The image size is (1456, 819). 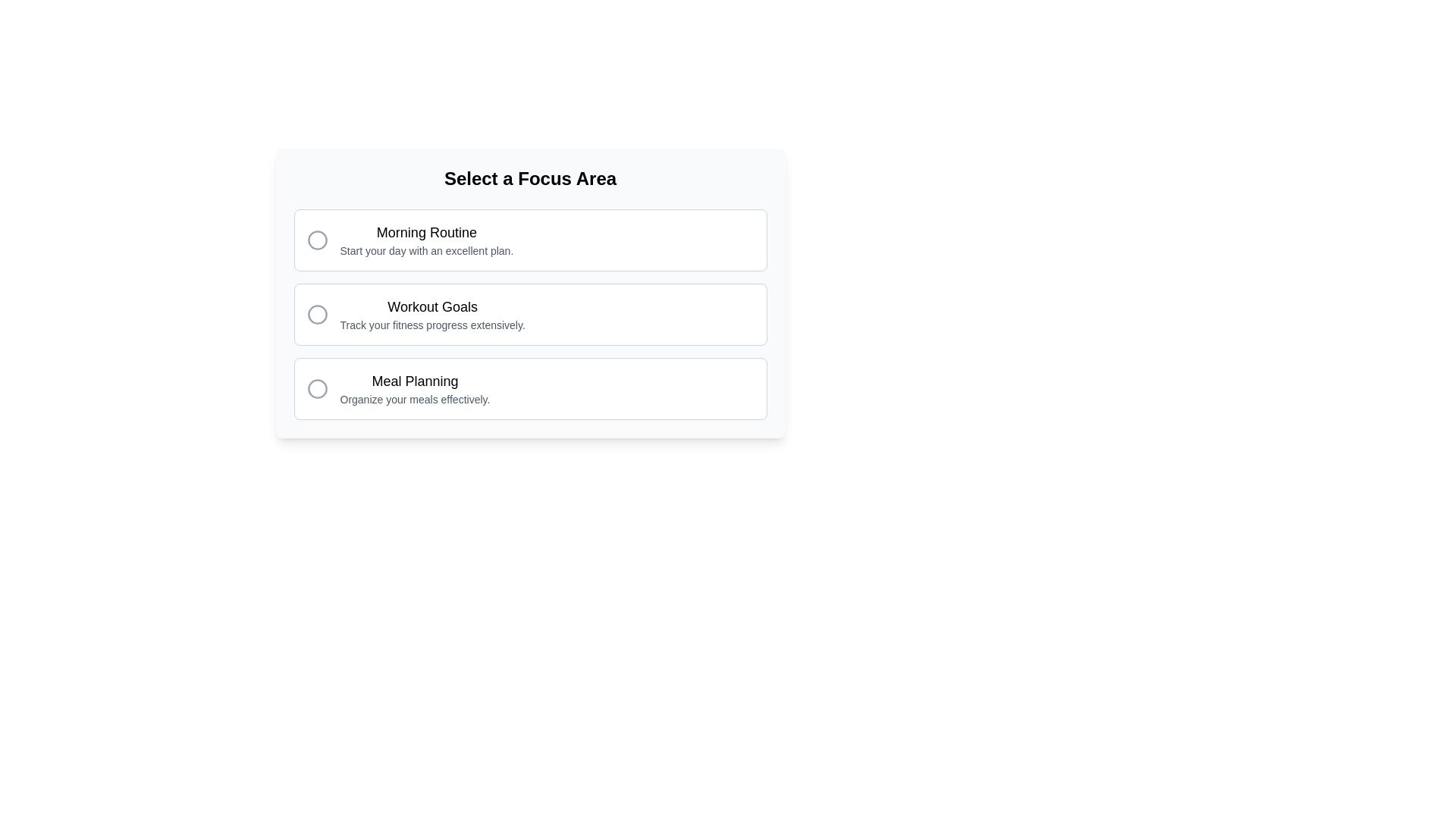 I want to click on the 'Workout Goals' text label, which is displayed in a bold, larger font and positioned in the second section of a vertically stacked menu interface, so click(x=431, y=307).